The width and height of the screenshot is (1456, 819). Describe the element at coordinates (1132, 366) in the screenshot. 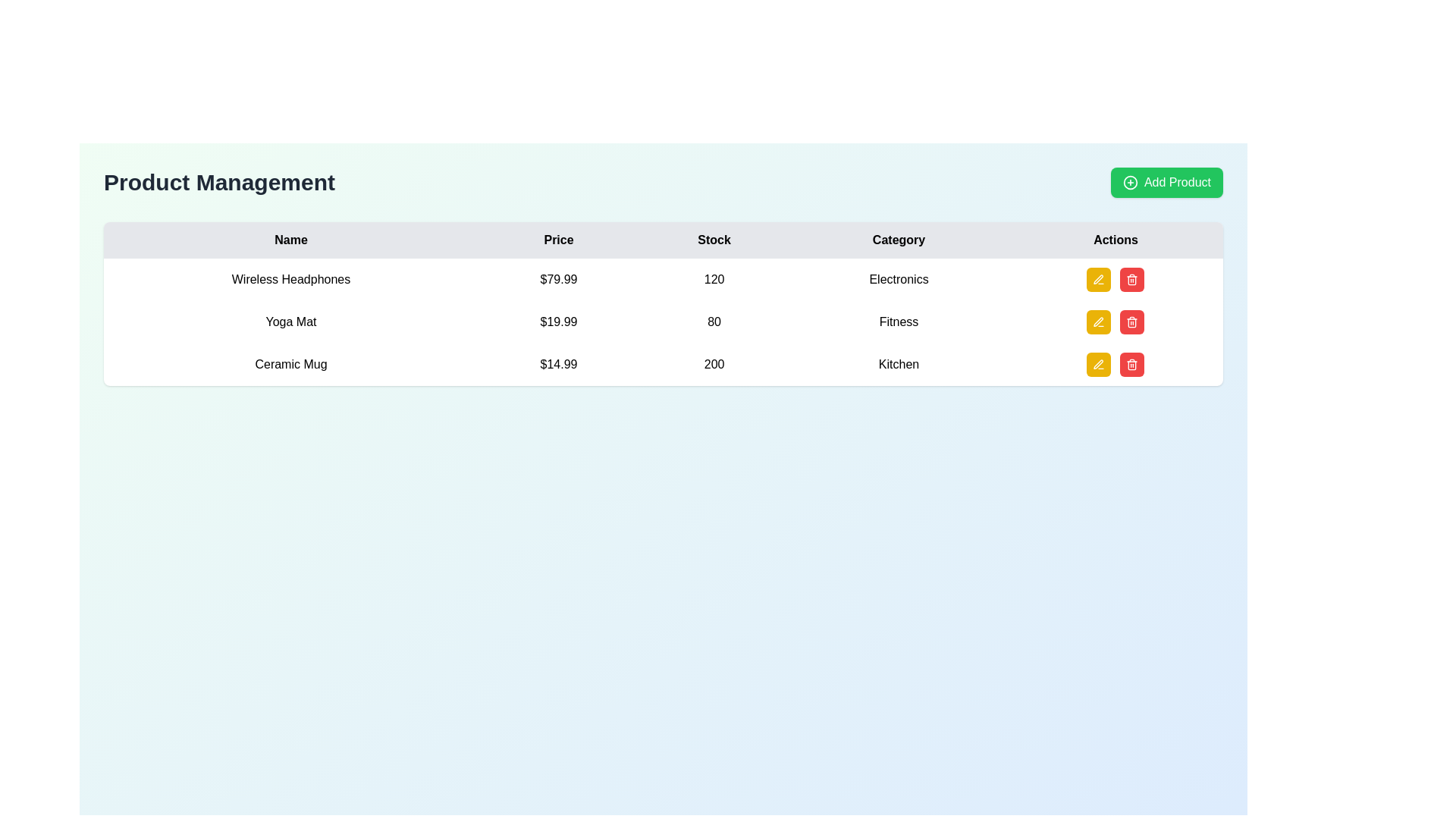

I see `the main body of the trash can icon located in the 'Actions' column of the table row, which is used for the delete action` at that location.